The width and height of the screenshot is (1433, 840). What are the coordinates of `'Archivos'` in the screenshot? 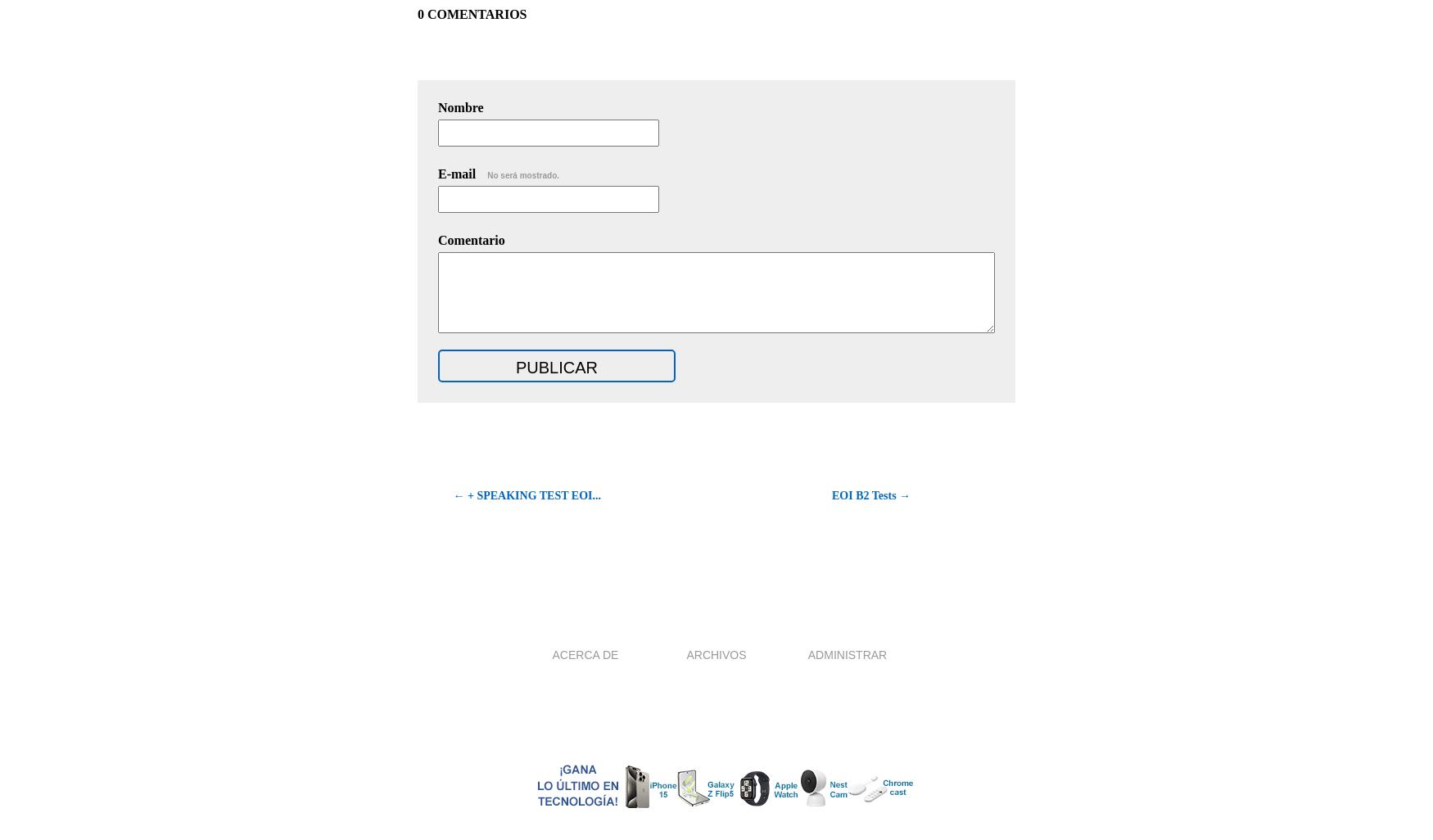 It's located at (716, 653).